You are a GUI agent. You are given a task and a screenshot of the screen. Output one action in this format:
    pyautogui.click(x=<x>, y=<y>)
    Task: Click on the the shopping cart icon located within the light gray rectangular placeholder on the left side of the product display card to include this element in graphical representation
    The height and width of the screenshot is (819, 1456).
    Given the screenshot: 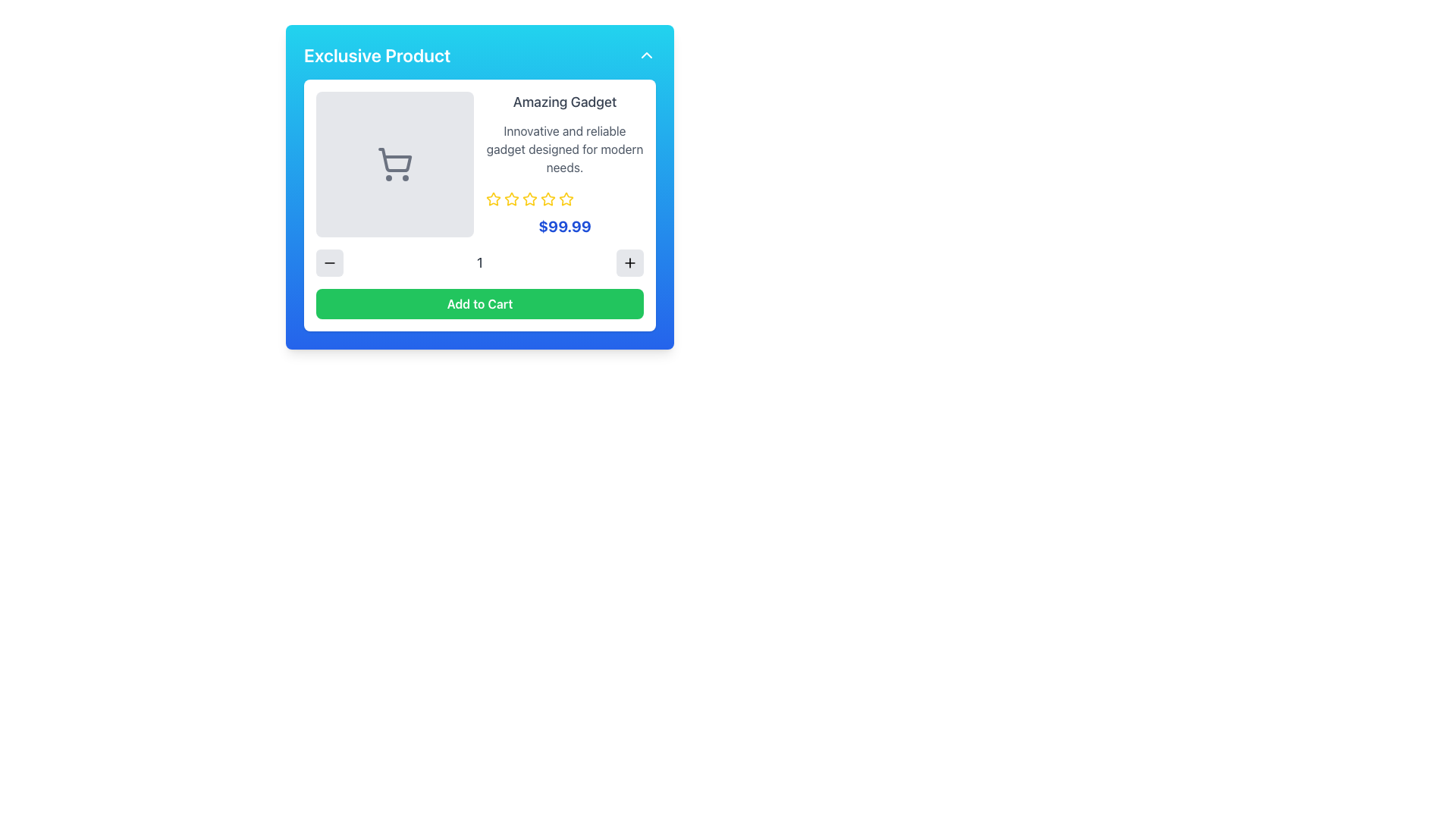 What is the action you would take?
    pyautogui.click(x=395, y=164)
    